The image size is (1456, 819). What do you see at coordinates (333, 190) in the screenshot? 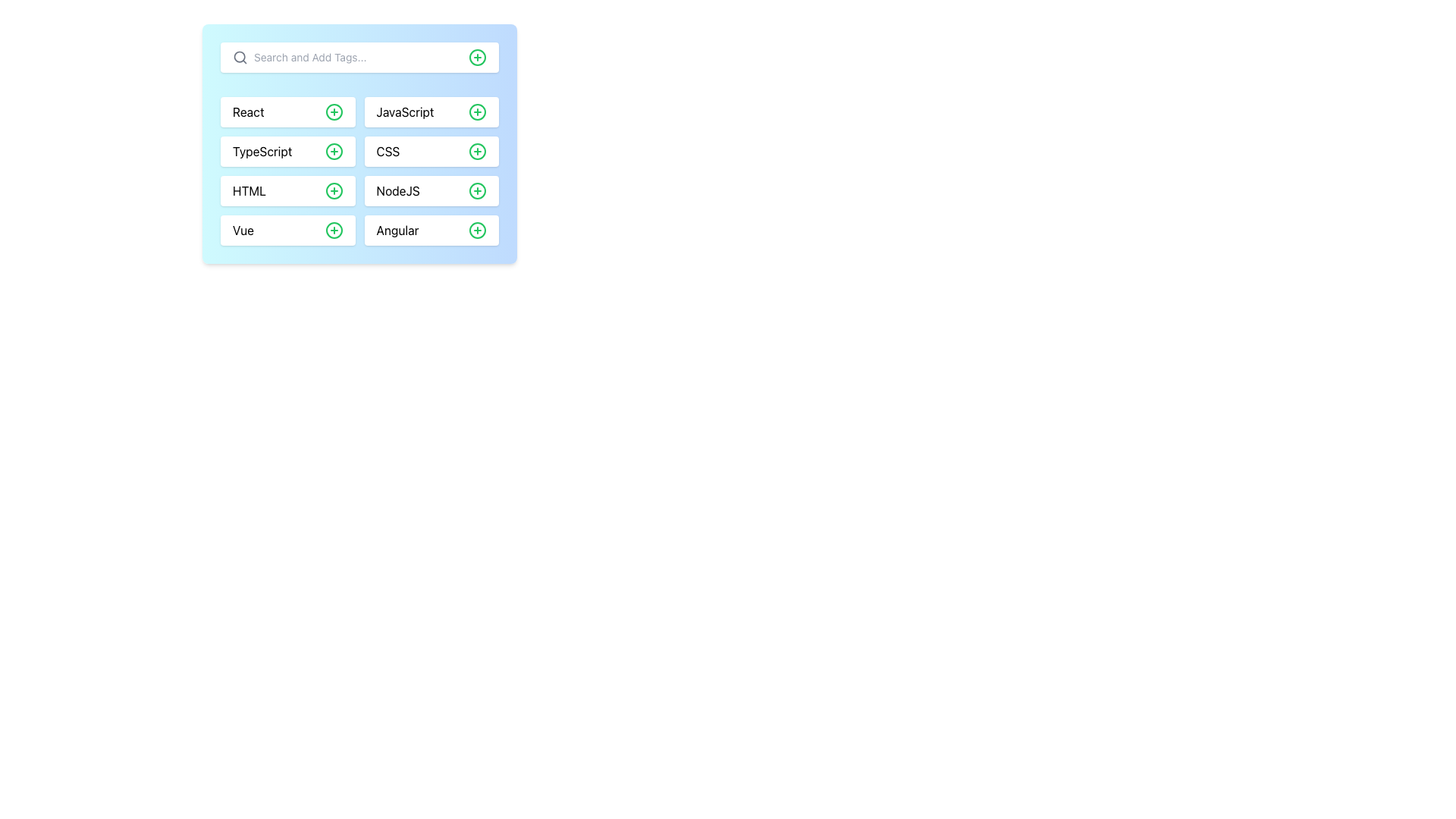
I see `the central circle icon of the '+ Add' feature next to the 'HTML' tag in the grid layout` at bounding box center [333, 190].